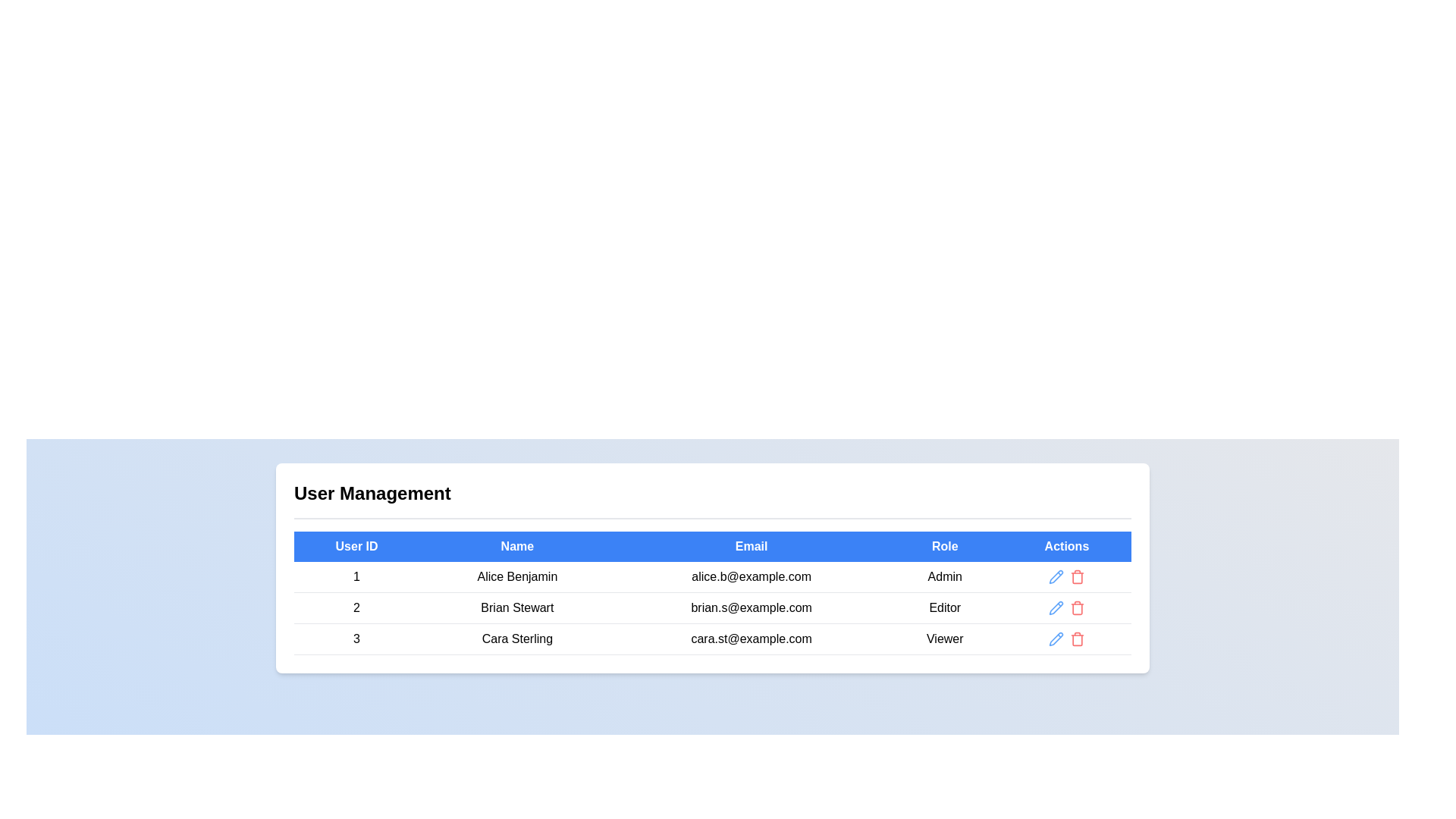 The image size is (1456, 819). Describe the element at coordinates (517, 547) in the screenshot. I see `the second column header of the table, which labels the user names and is located between the 'User ID' and 'Email' headers` at that location.